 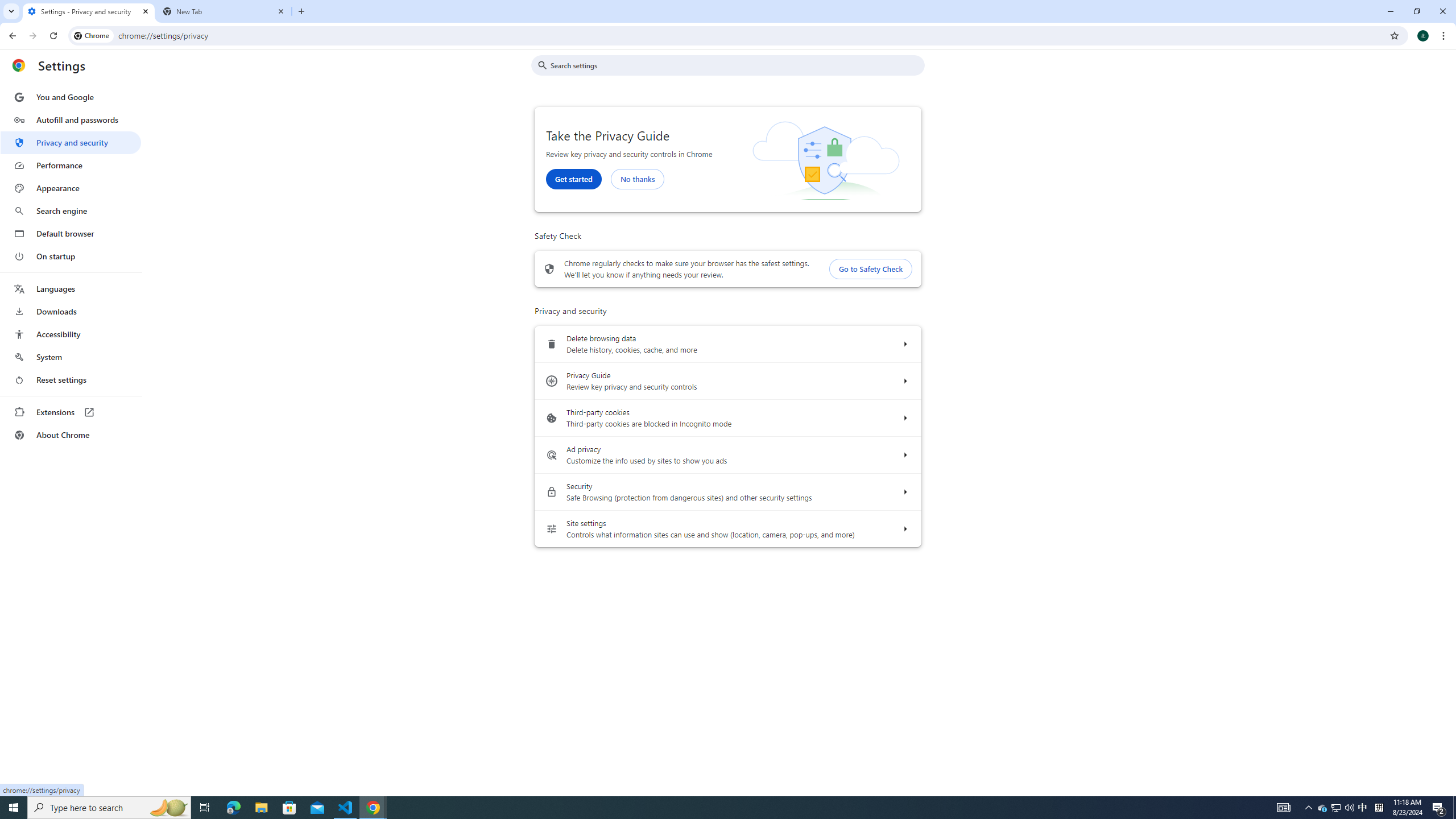 I want to click on 'Privacy and security', so click(x=70, y=142).